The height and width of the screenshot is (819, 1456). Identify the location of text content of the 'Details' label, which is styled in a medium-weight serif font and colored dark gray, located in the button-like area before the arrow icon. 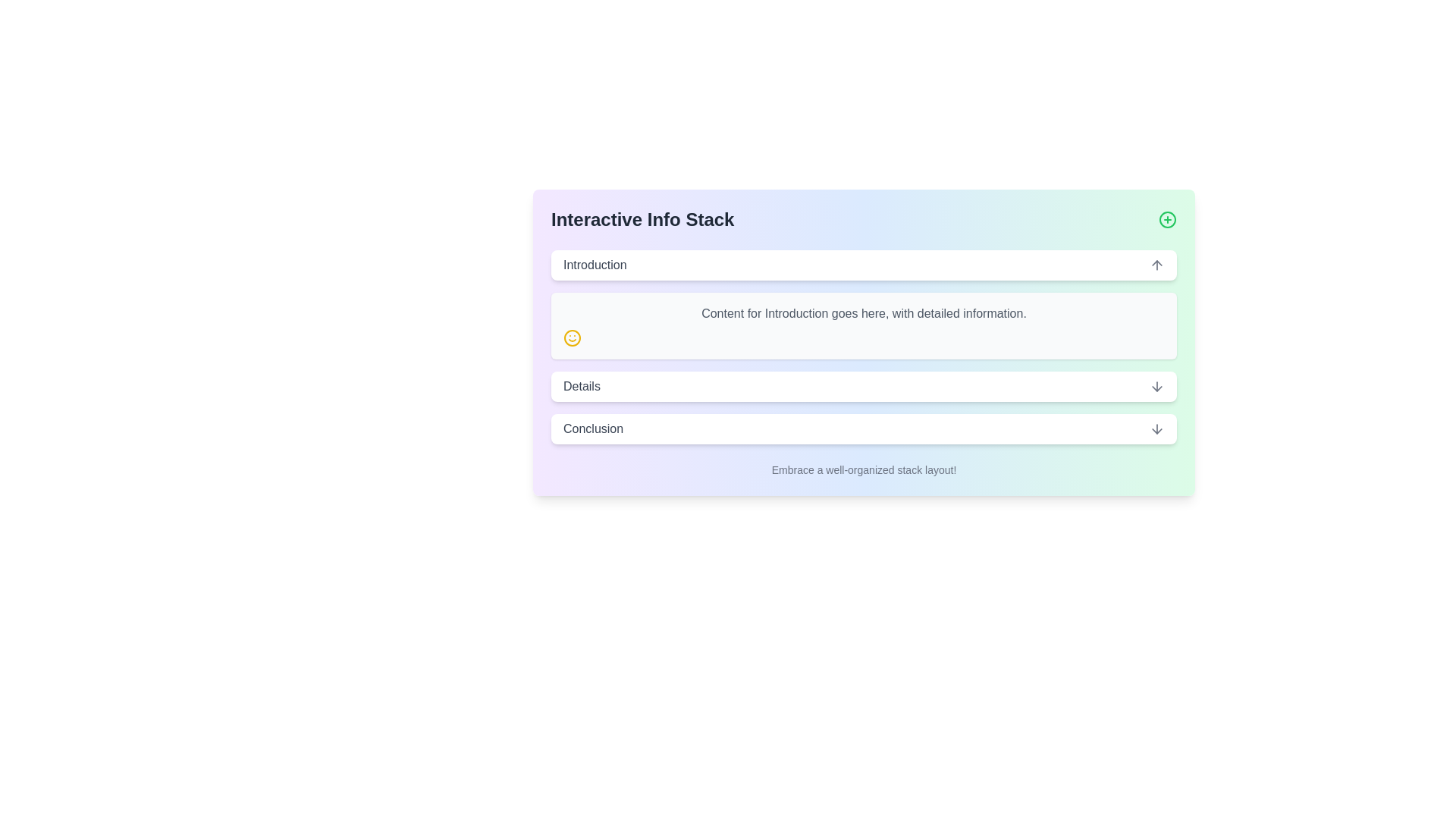
(581, 385).